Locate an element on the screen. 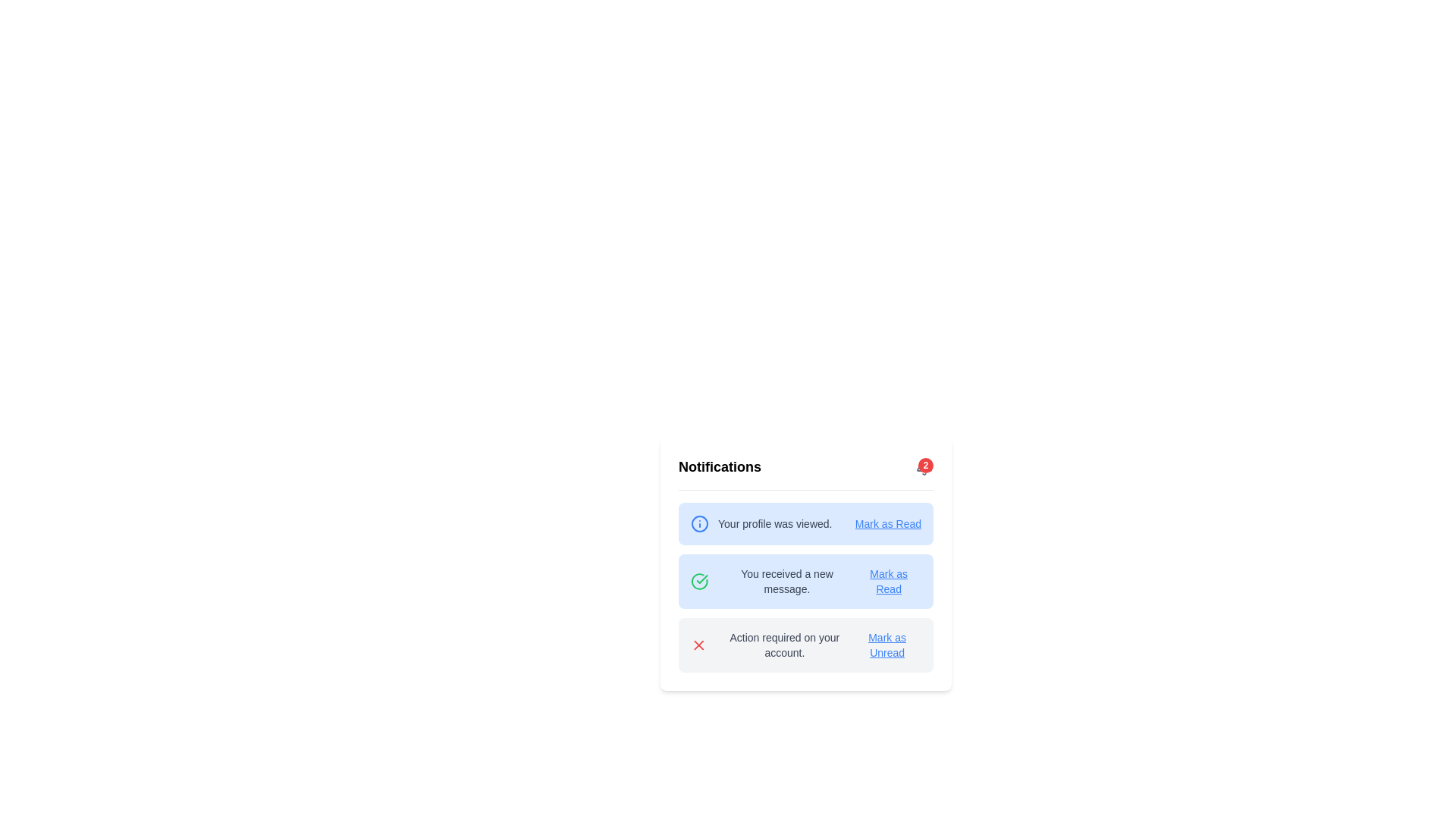 This screenshot has width=1456, height=819. the 'Mark as Read' link in the notification card indicating 'You received a new message.' is located at coordinates (805, 564).